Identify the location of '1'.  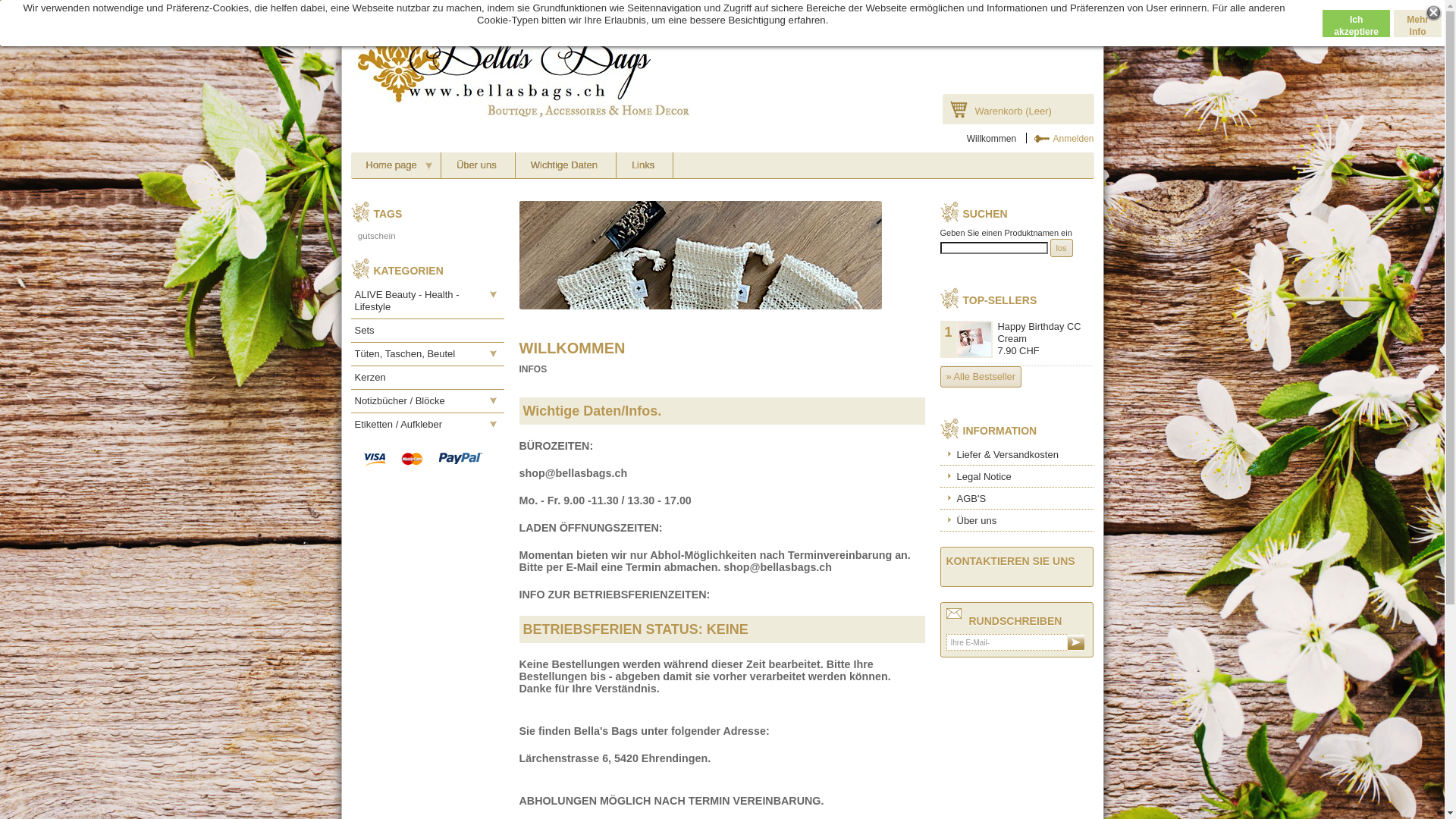
(965, 338).